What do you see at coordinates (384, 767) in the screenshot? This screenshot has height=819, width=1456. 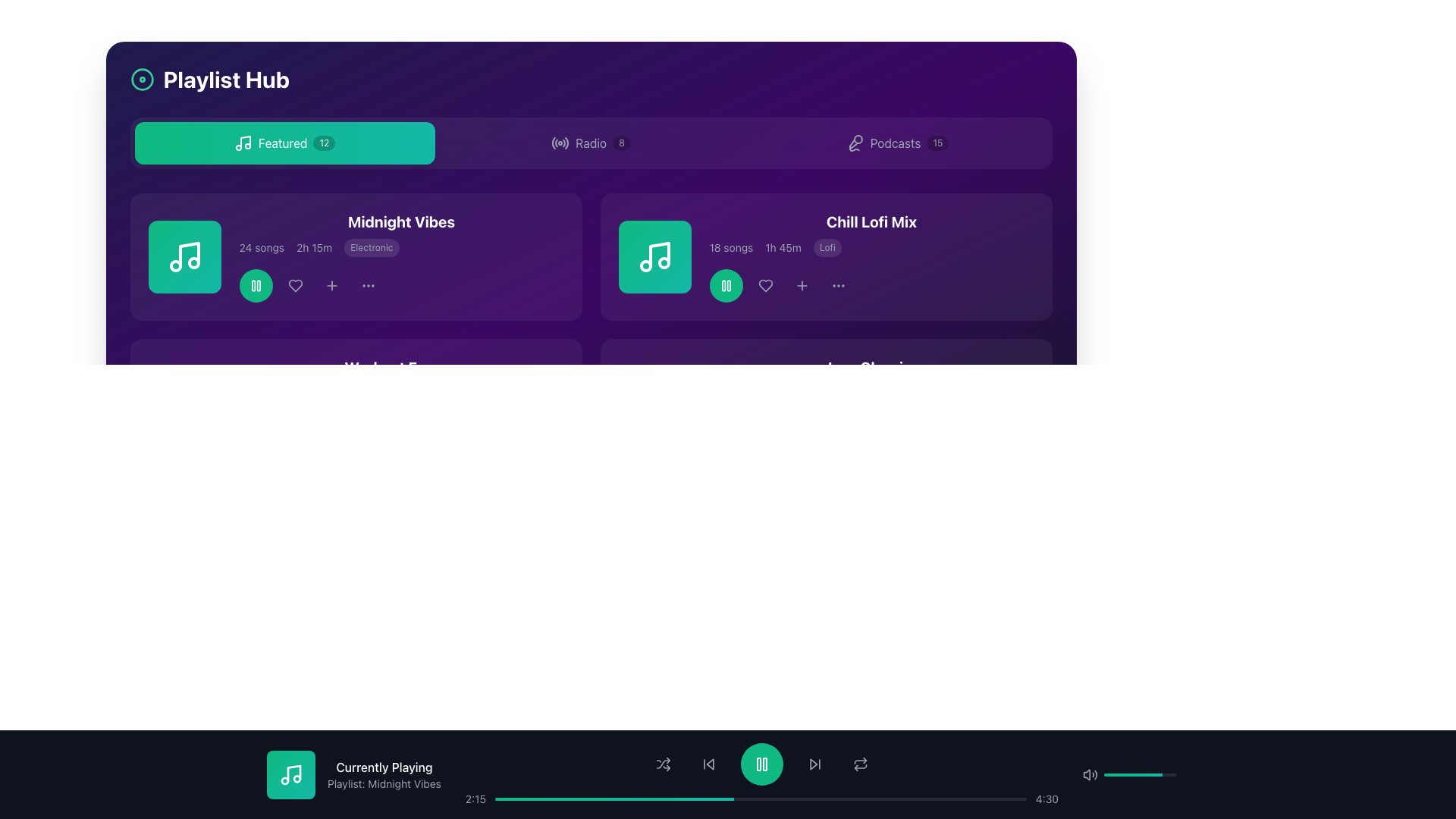 I see `the 'Currently Playing' text label element, which is displayed in white font within the footer toolbar of the application` at bounding box center [384, 767].